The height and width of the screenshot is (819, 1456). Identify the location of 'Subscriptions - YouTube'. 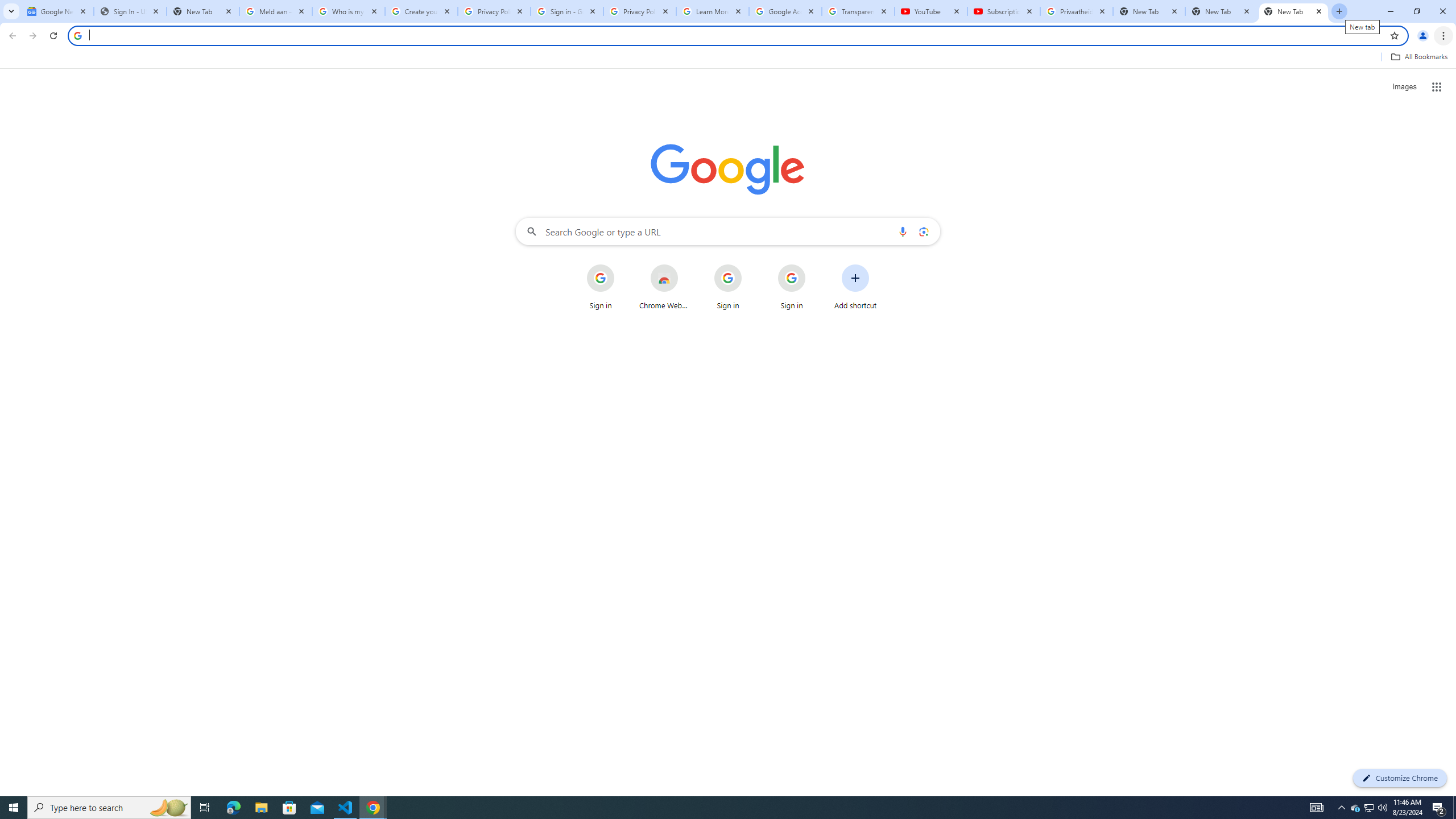
(1004, 11).